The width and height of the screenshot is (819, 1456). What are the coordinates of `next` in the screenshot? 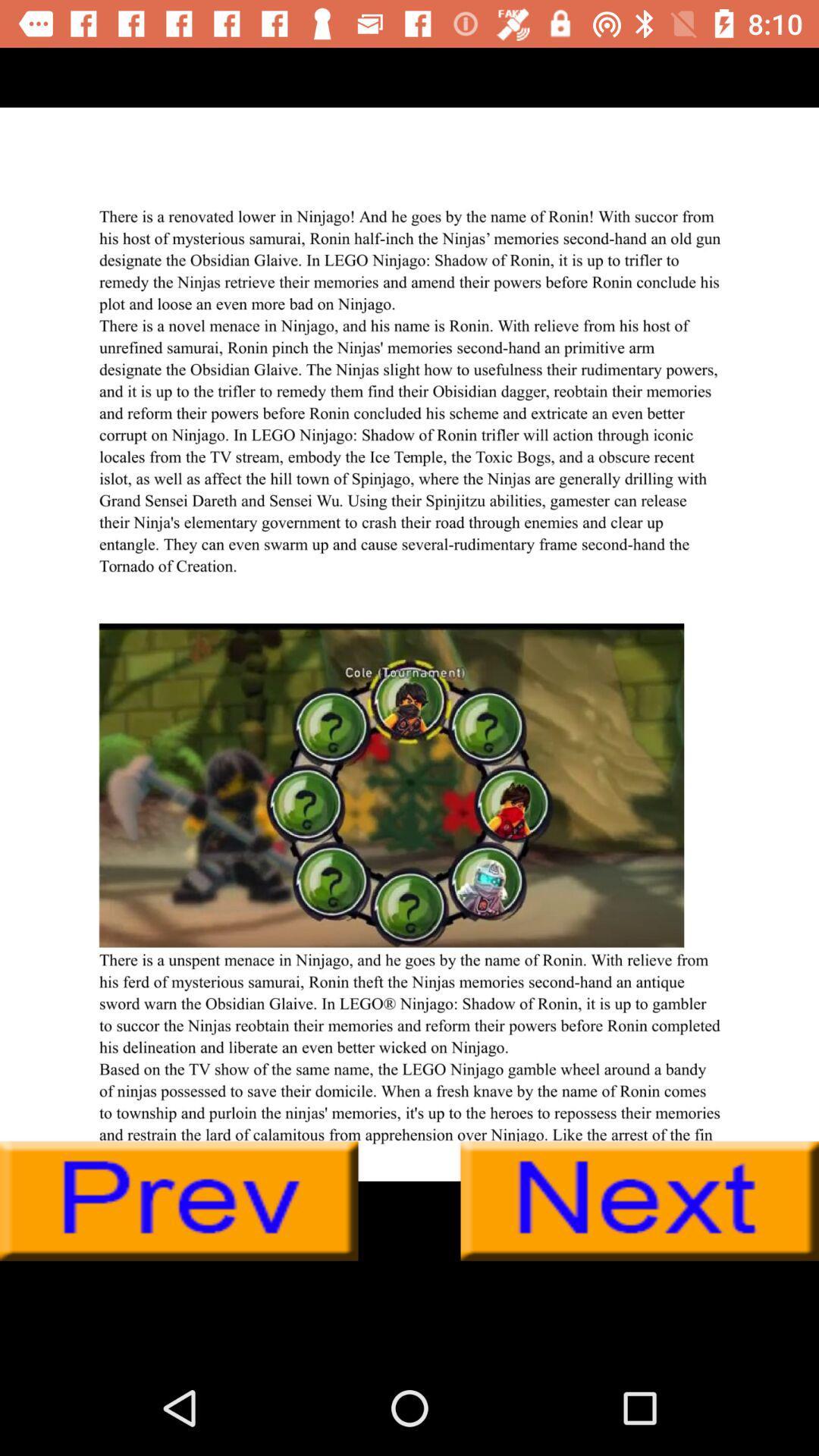 It's located at (639, 1200).